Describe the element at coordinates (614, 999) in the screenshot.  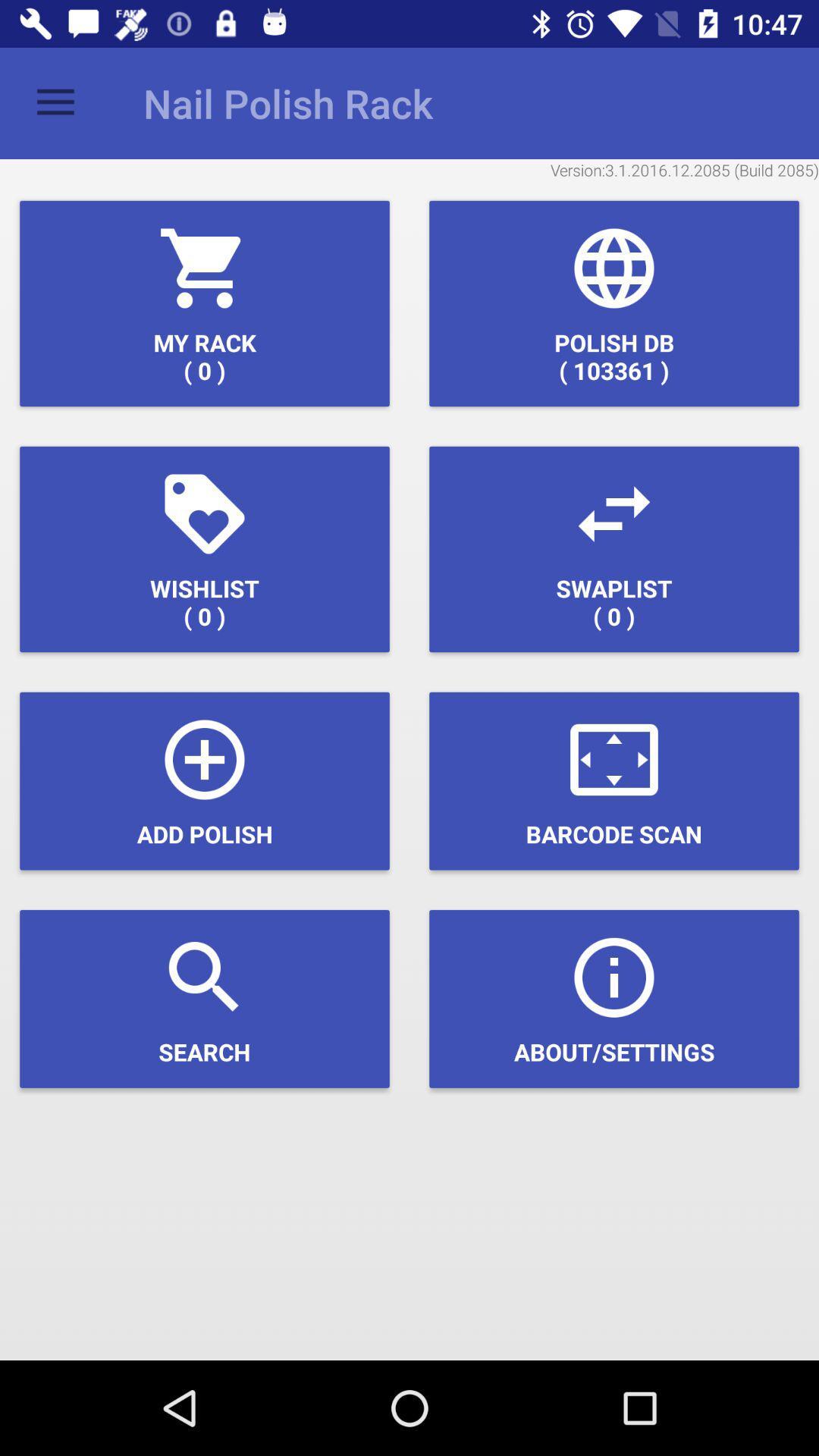
I see `the icon at the bottom right corner` at that location.